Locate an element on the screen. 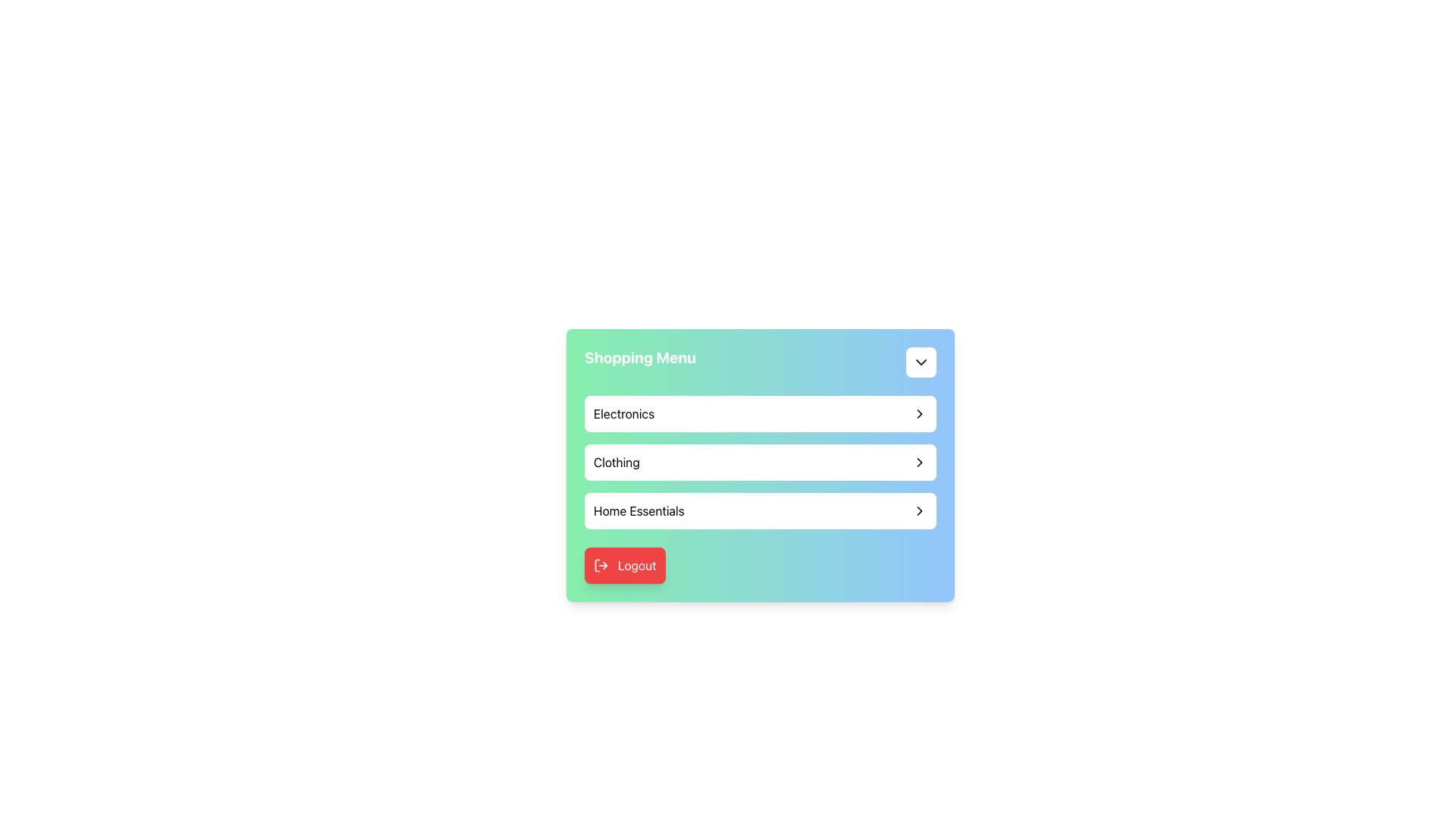  the second menu entry labeled 'Clothing' in the 'Shopping Menu' is located at coordinates (761, 461).